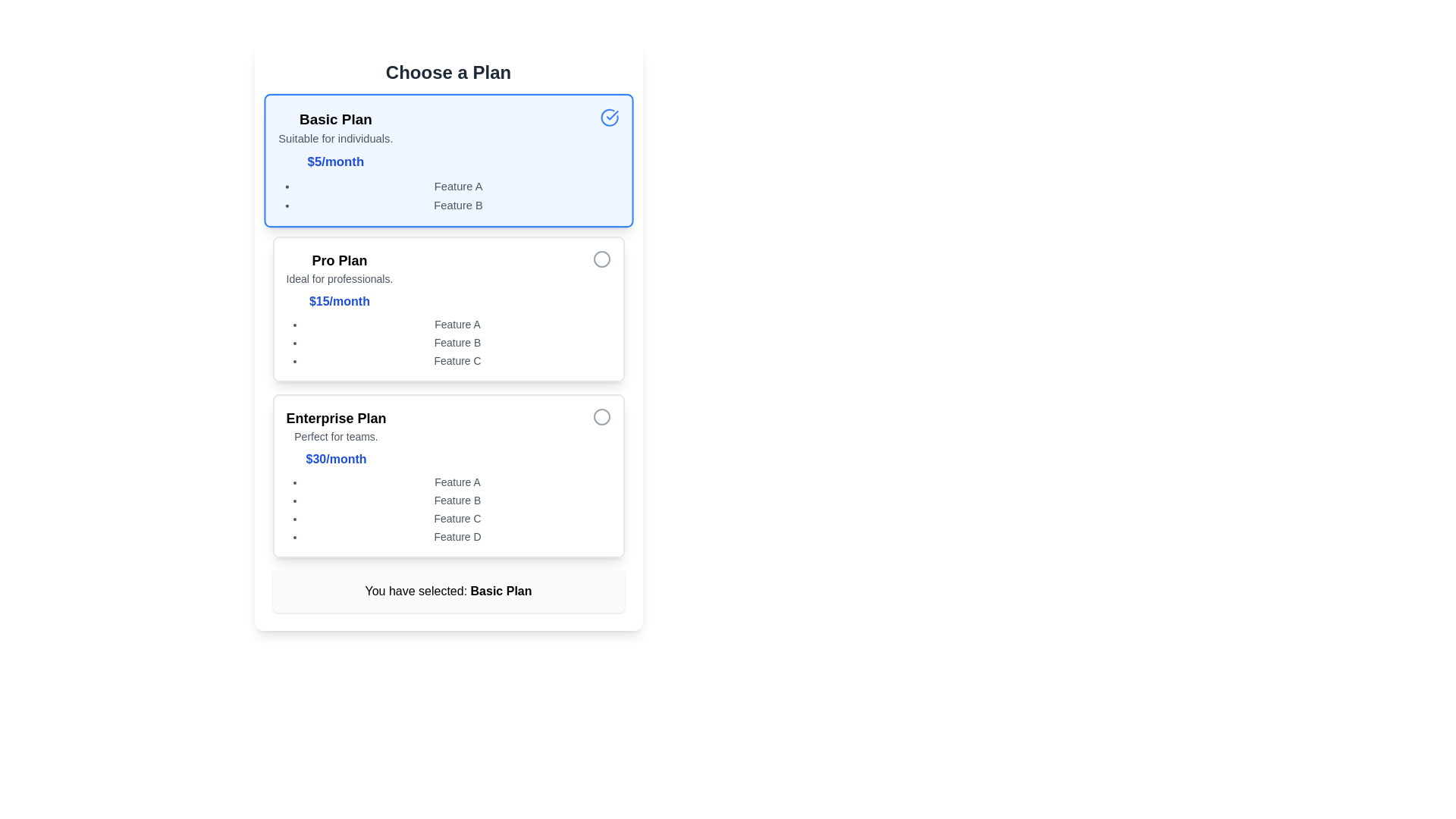 Image resolution: width=1456 pixels, height=819 pixels. I want to click on the header text element displaying 'Choose a Plan', which is bold and large, positioned at the top center of the plans section, so click(447, 73).